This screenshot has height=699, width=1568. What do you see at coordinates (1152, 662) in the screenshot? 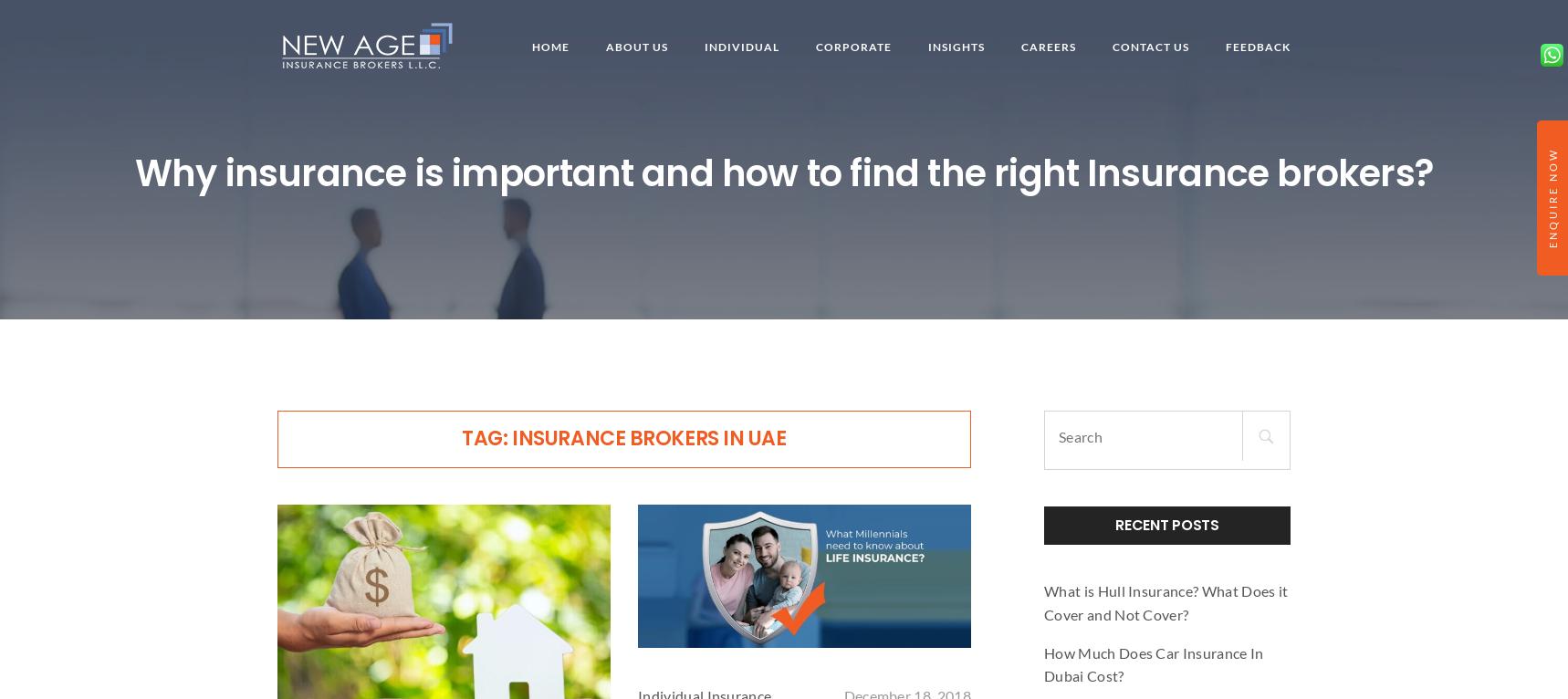
I see `'How Much Does Car Insurance In Dubai Cost?'` at bounding box center [1152, 662].